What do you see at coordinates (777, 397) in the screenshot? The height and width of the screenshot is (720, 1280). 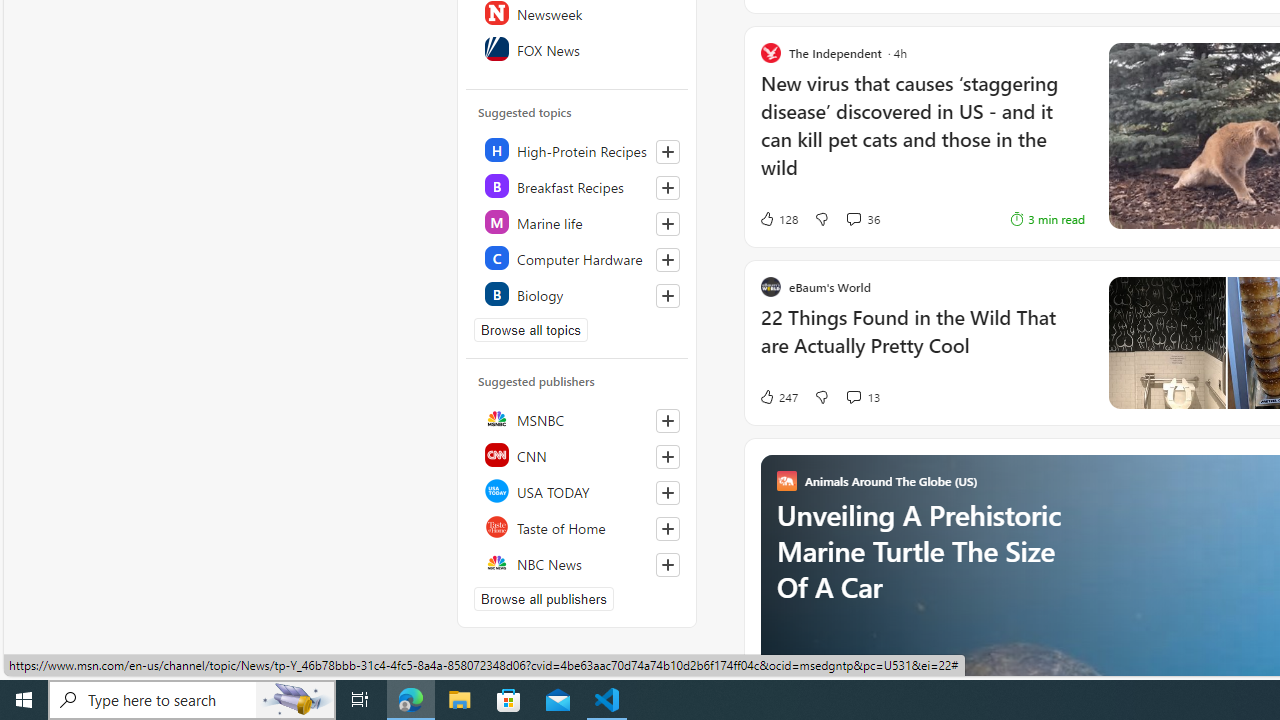 I see `'247 Like'` at bounding box center [777, 397].